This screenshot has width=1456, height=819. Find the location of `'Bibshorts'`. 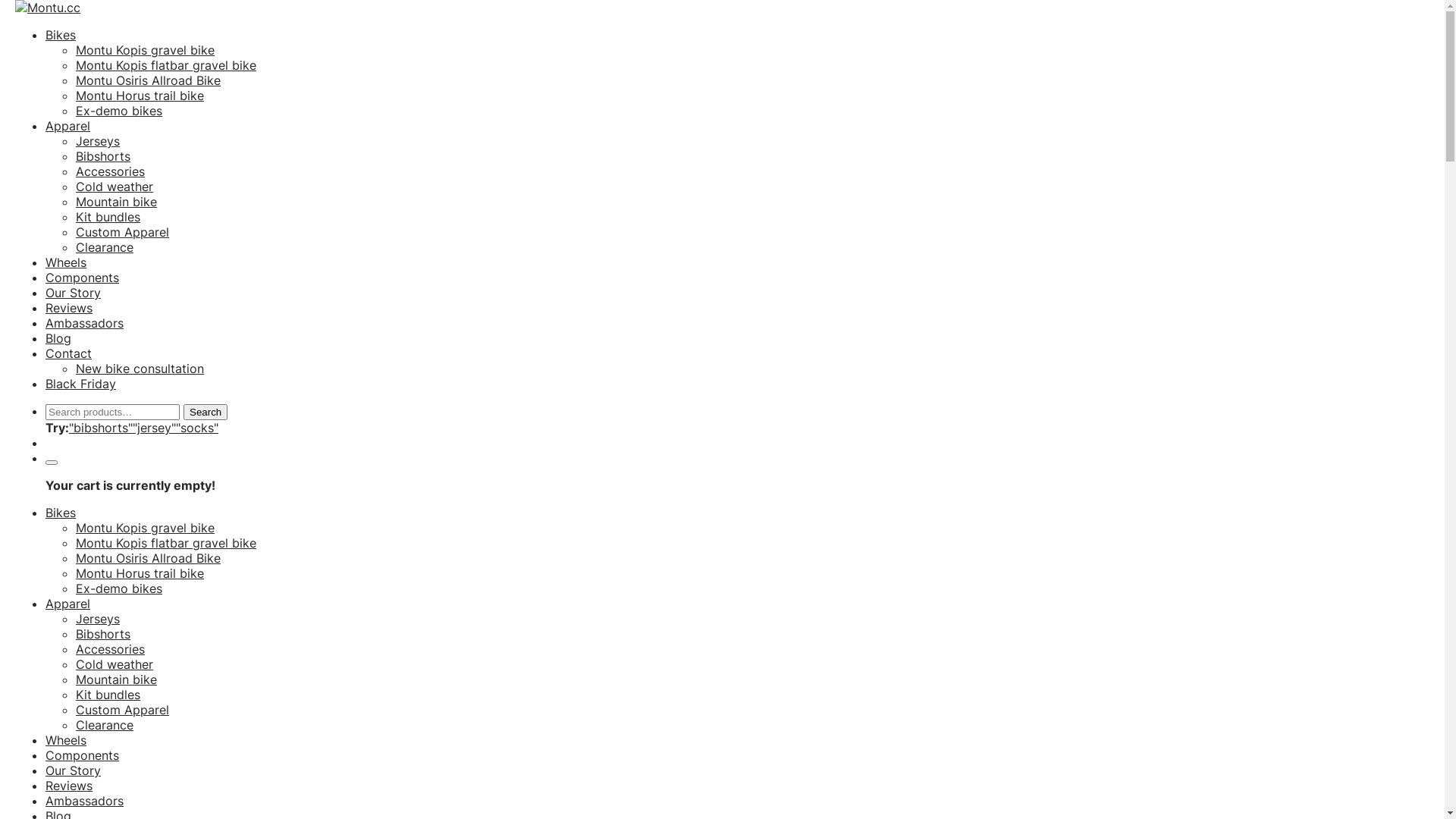

'Bibshorts' is located at coordinates (102, 634).